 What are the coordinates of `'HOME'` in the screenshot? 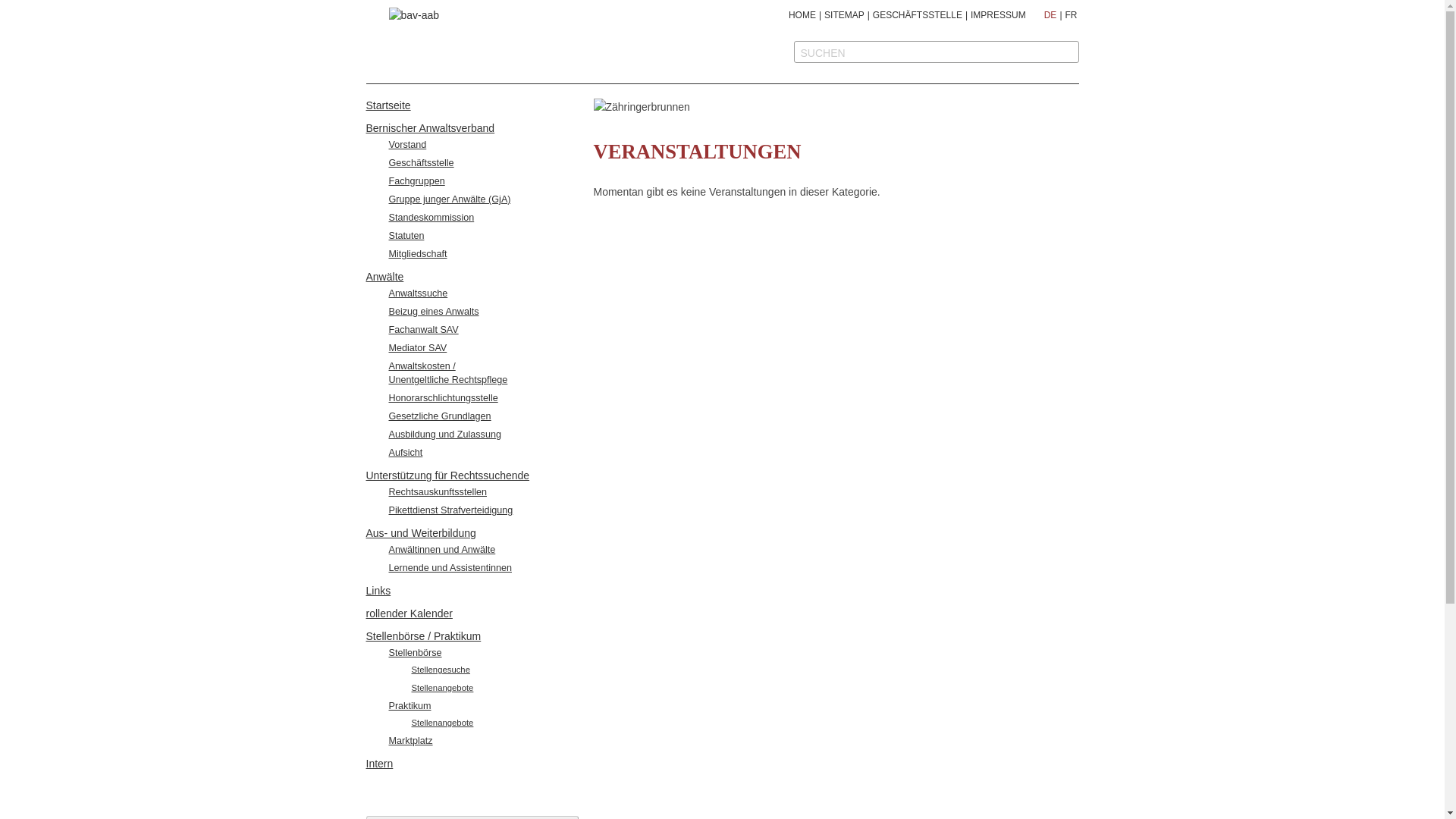 It's located at (801, 14).